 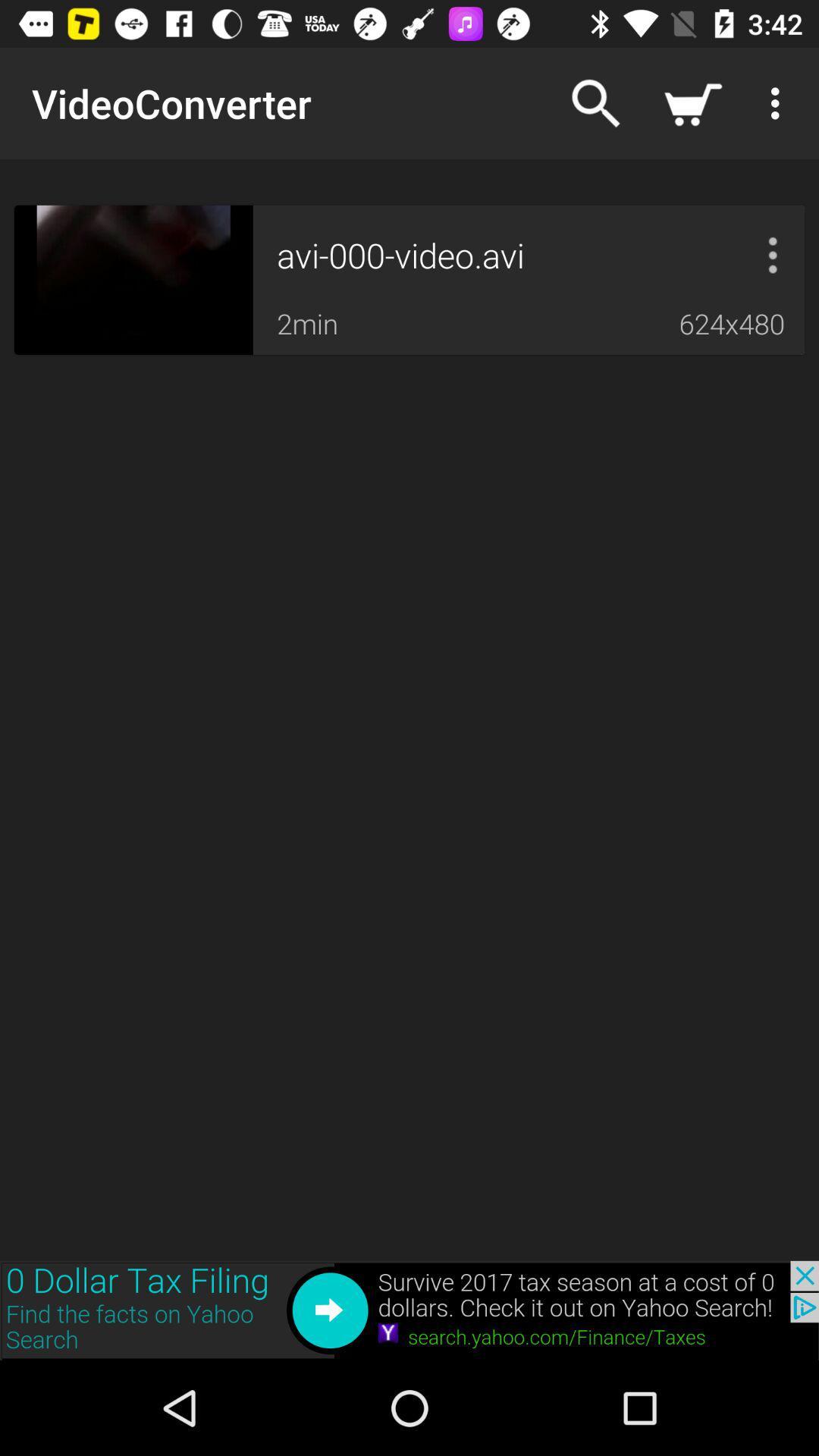 What do you see at coordinates (773, 255) in the screenshot?
I see `more options` at bounding box center [773, 255].